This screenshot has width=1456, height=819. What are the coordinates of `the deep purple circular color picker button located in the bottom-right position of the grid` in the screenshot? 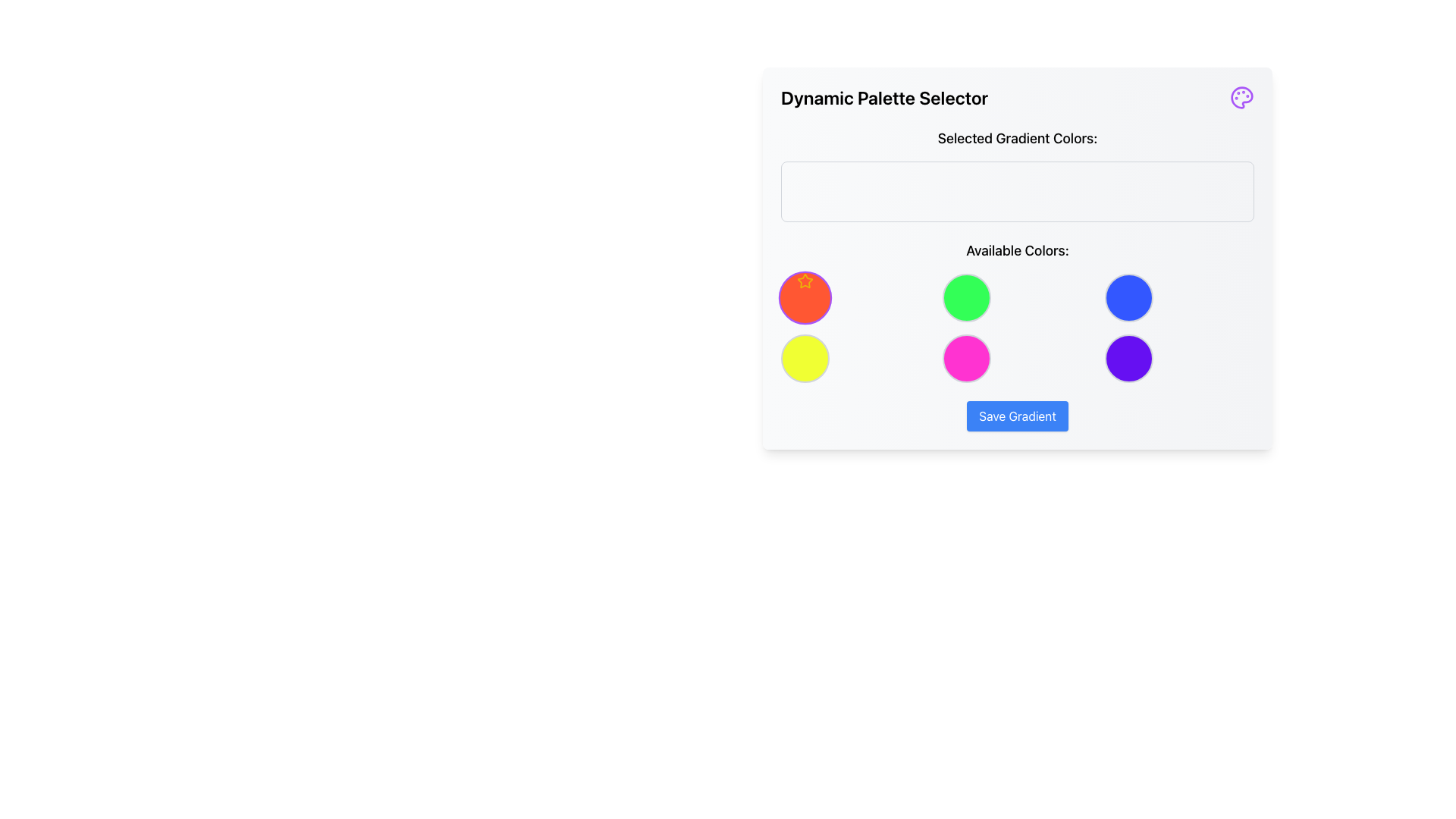 It's located at (1128, 359).